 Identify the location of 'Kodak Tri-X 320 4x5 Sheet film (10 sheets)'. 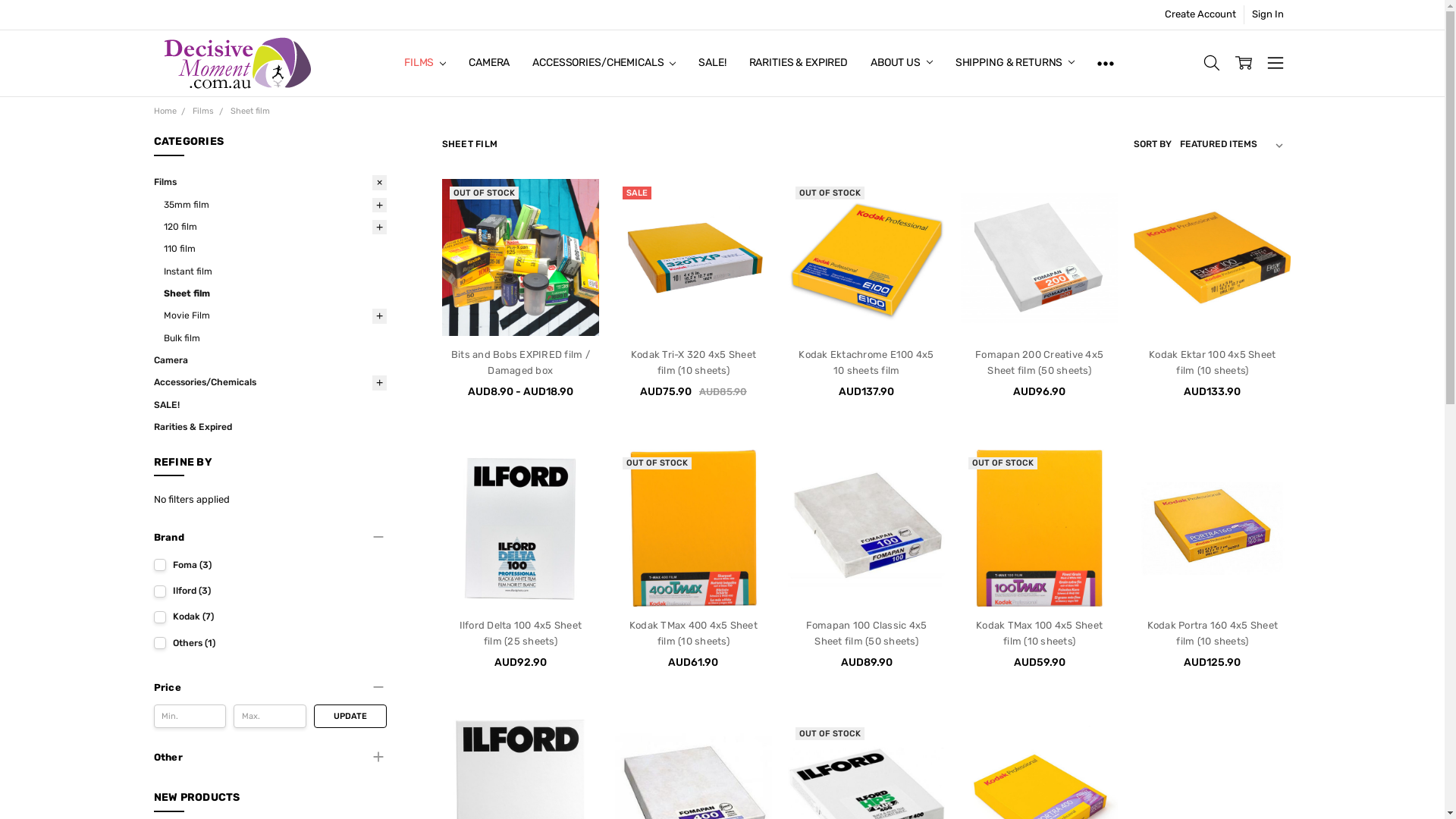
(630, 362).